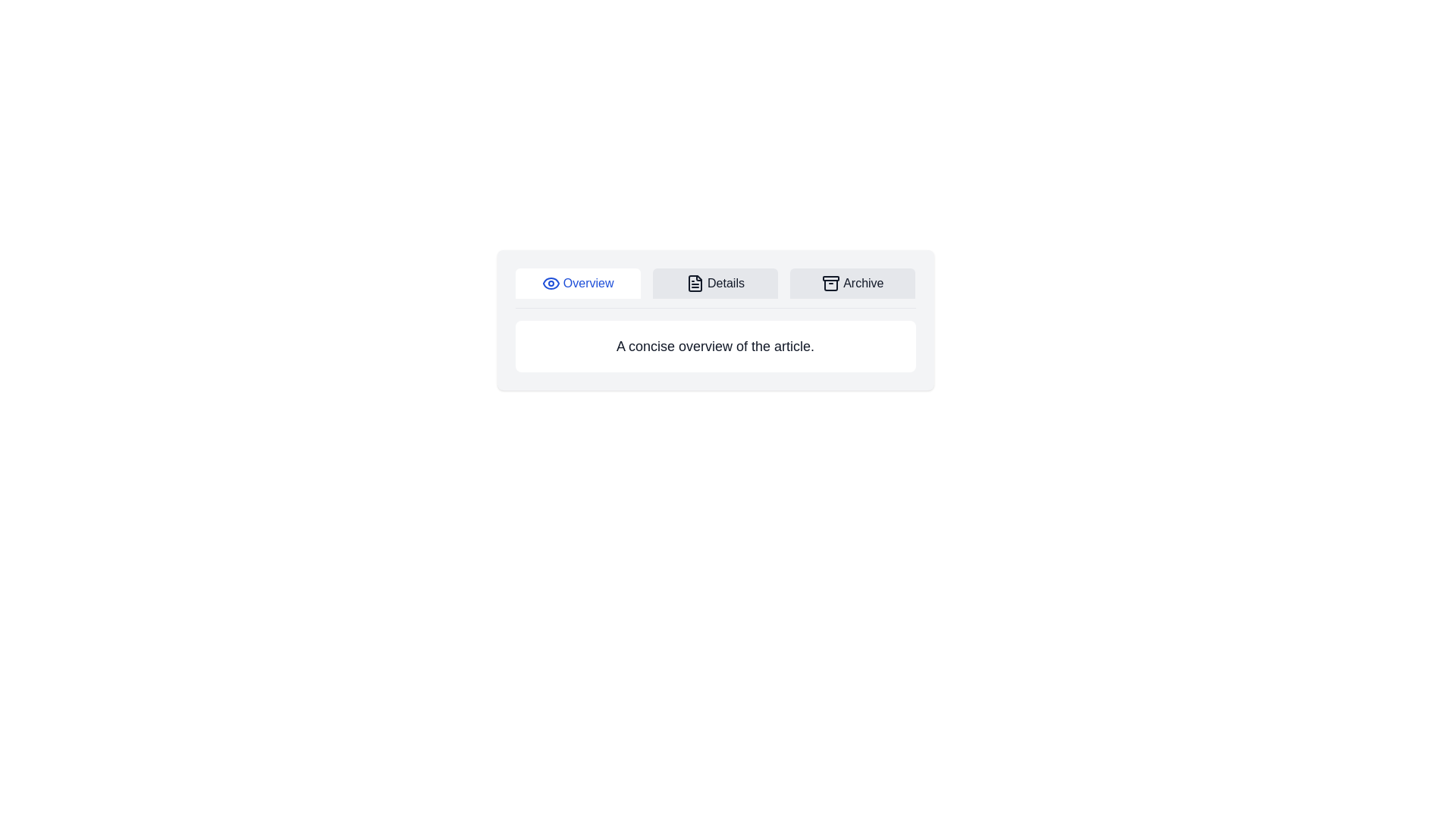 The width and height of the screenshot is (1456, 819). What do you see at coordinates (714, 284) in the screenshot?
I see `the Details tab to see the highlighting effect` at bounding box center [714, 284].